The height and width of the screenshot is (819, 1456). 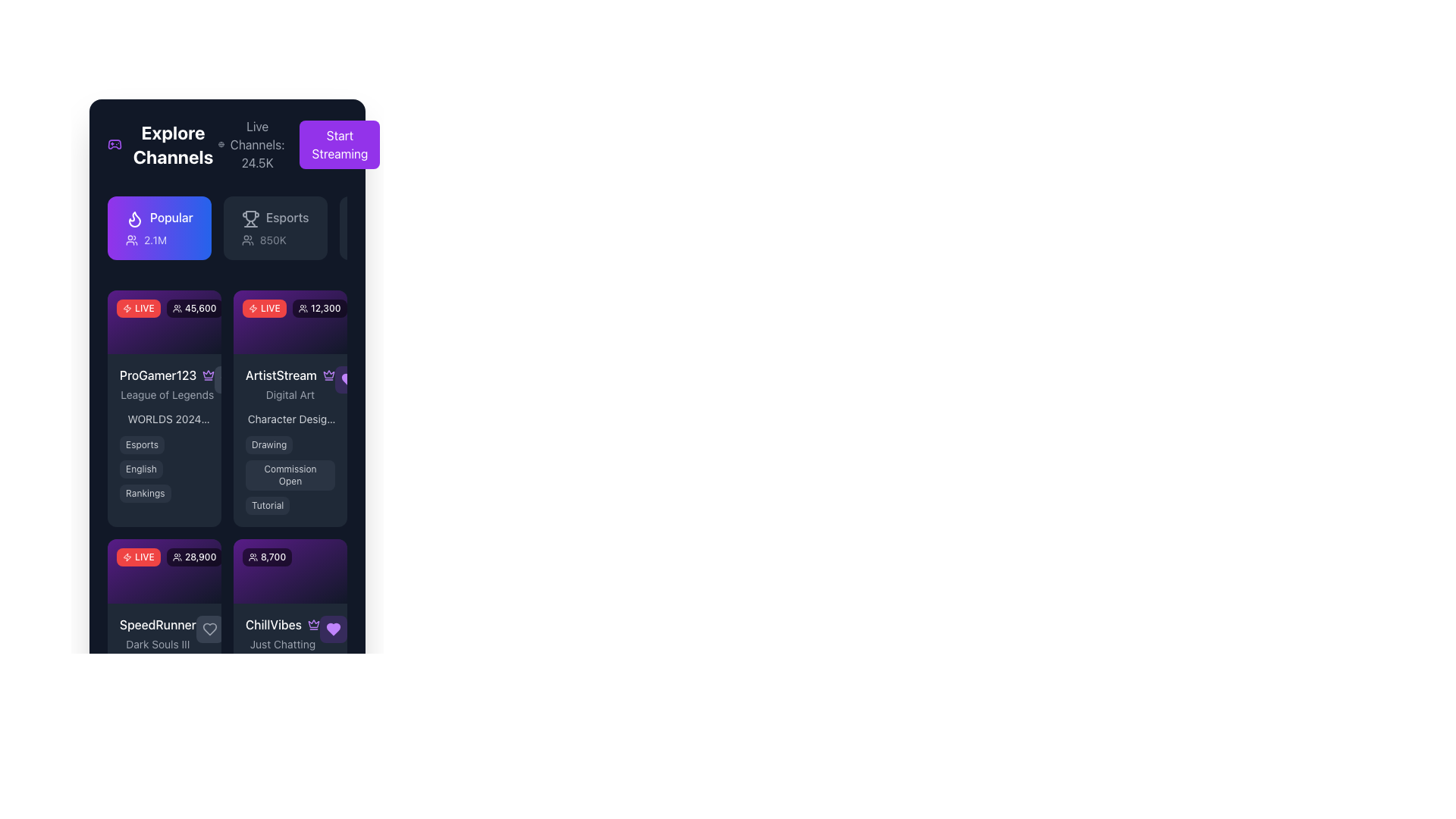 What do you see at coordinates (247, 239) in the screenshot?
I see `the user metrics icon representing the number of viewers in the 'Esports' category, located in the second position among the two category boxes to the right of the 'Popular' section` at bounding box center [247, 239].